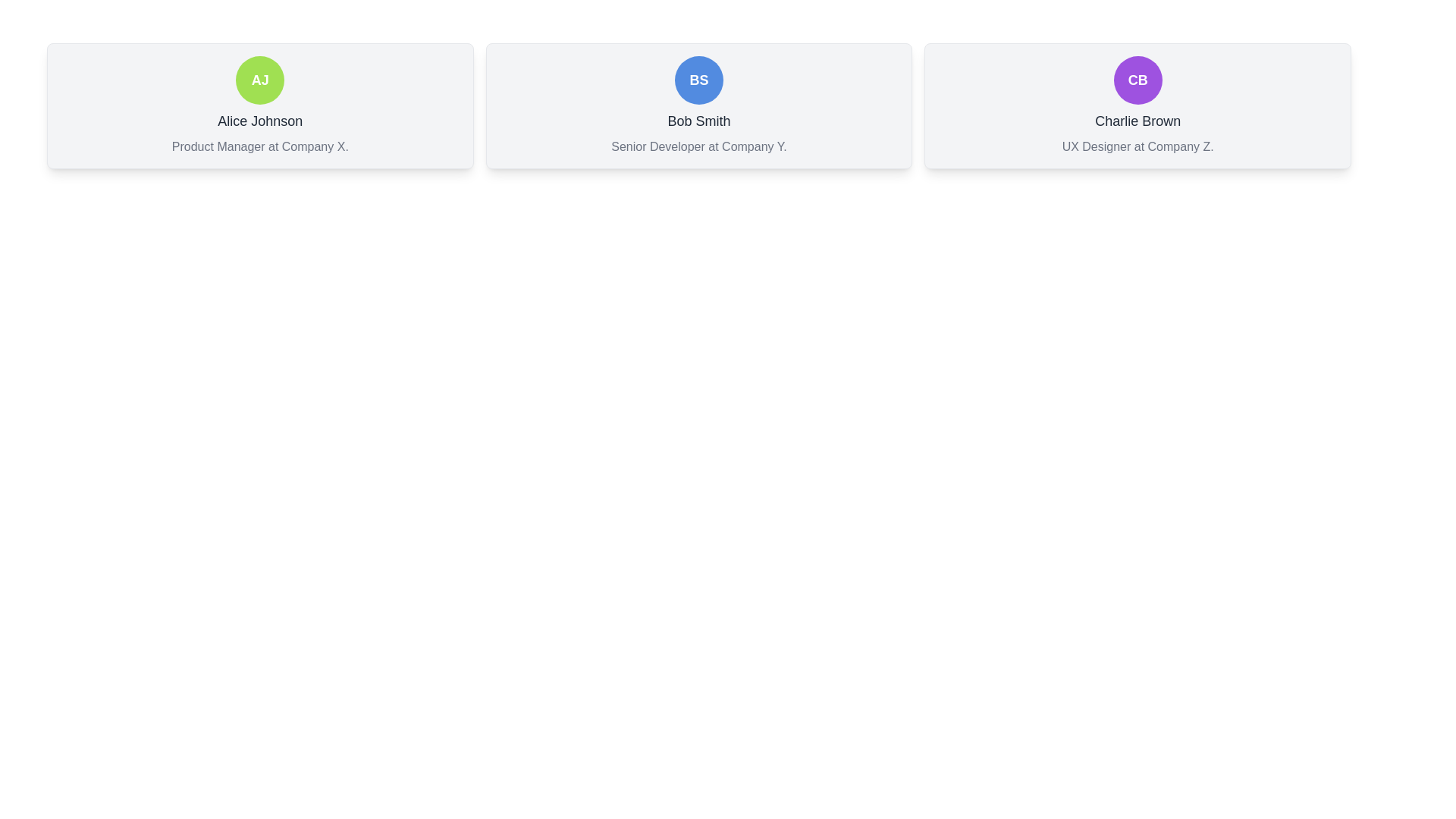 This screenshot has height=819, width=1456. What do you see at coordinates (1137, 120) in the screenshot?
I see `the interactive text label displaying 'Charlie Brown' which is styled in medium-sized bold dark gray font, located within a card containing an avatar and additional text` at bounding box center [1137, 120].